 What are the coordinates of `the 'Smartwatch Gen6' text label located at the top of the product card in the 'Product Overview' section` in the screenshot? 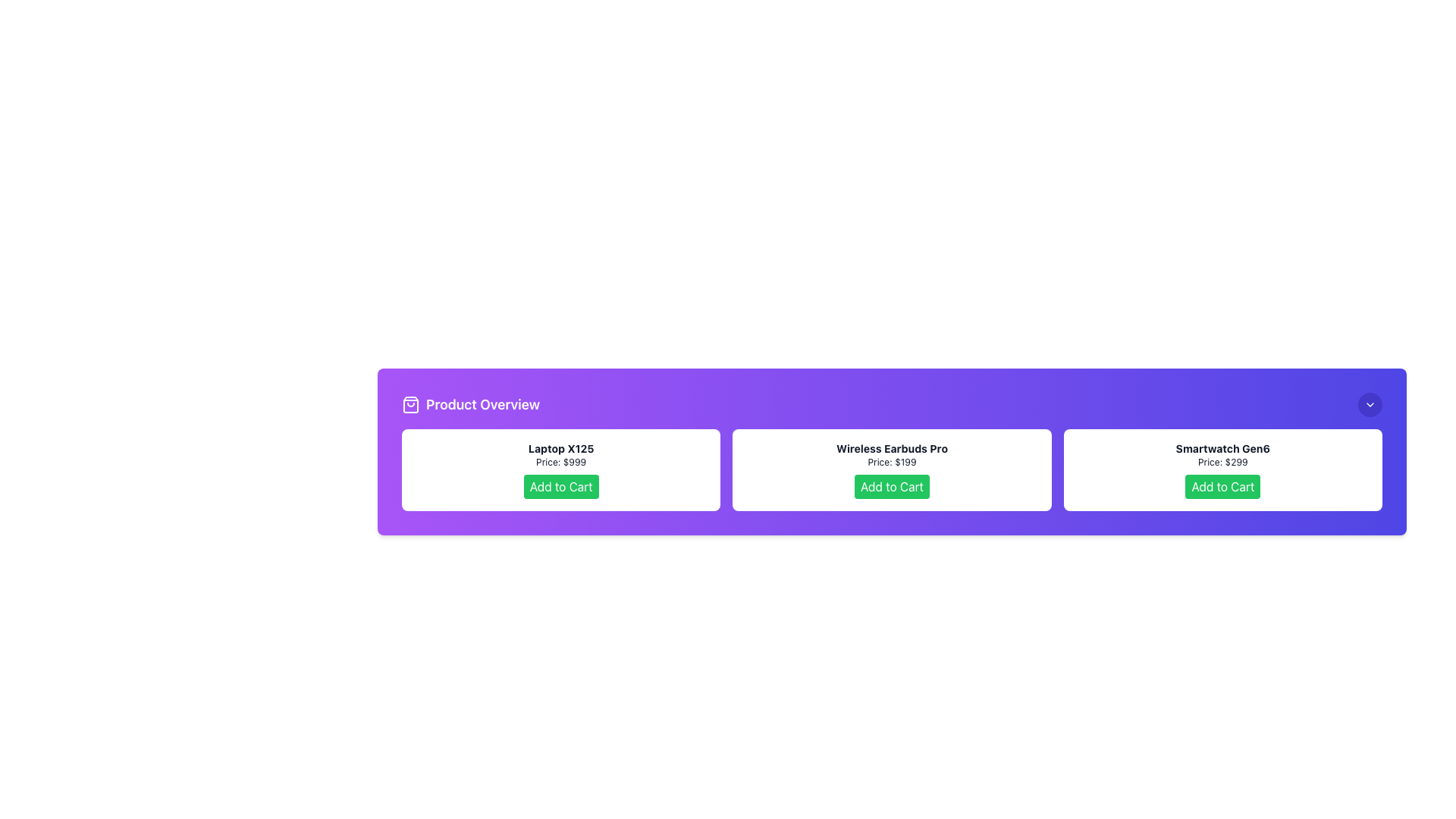 It's located at (1222, 447).